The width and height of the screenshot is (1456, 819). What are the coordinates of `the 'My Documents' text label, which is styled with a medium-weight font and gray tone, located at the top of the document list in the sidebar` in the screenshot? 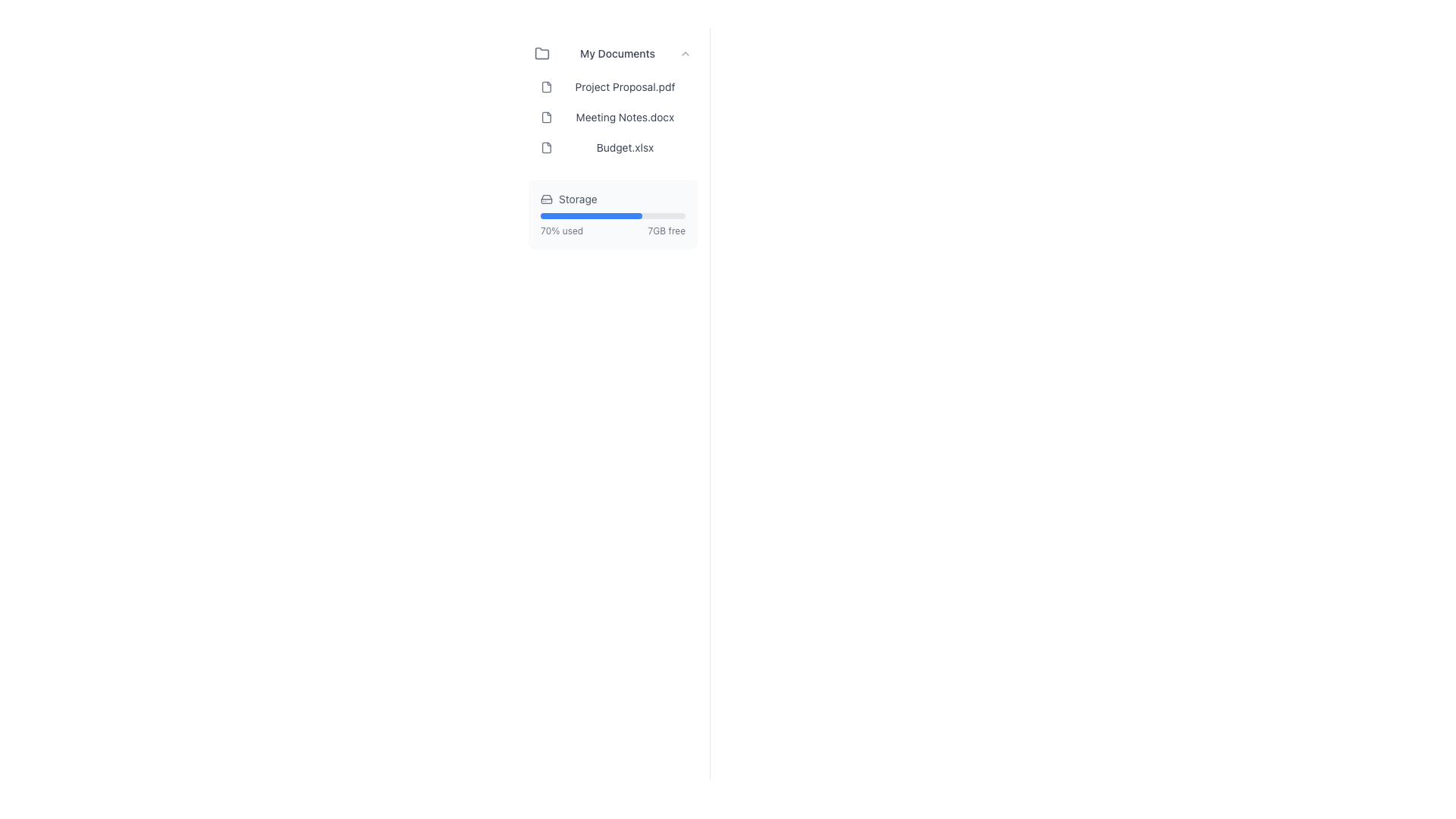 It's located at (617, 52).